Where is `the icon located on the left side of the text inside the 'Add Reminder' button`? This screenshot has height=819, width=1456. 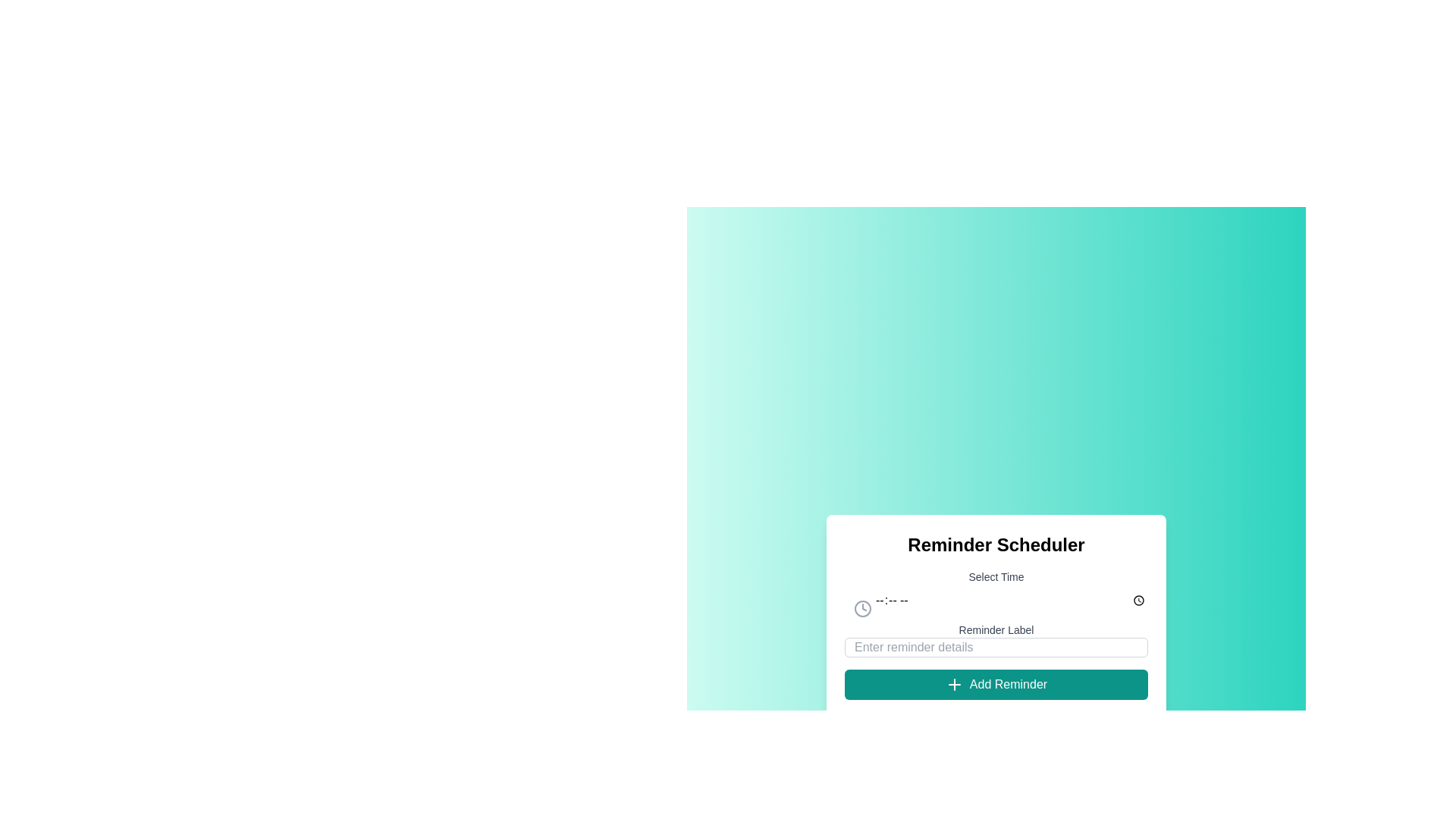 the icon located on the left side of the text inside the 'Add Reminder' button is located at coordinates (953, 684).